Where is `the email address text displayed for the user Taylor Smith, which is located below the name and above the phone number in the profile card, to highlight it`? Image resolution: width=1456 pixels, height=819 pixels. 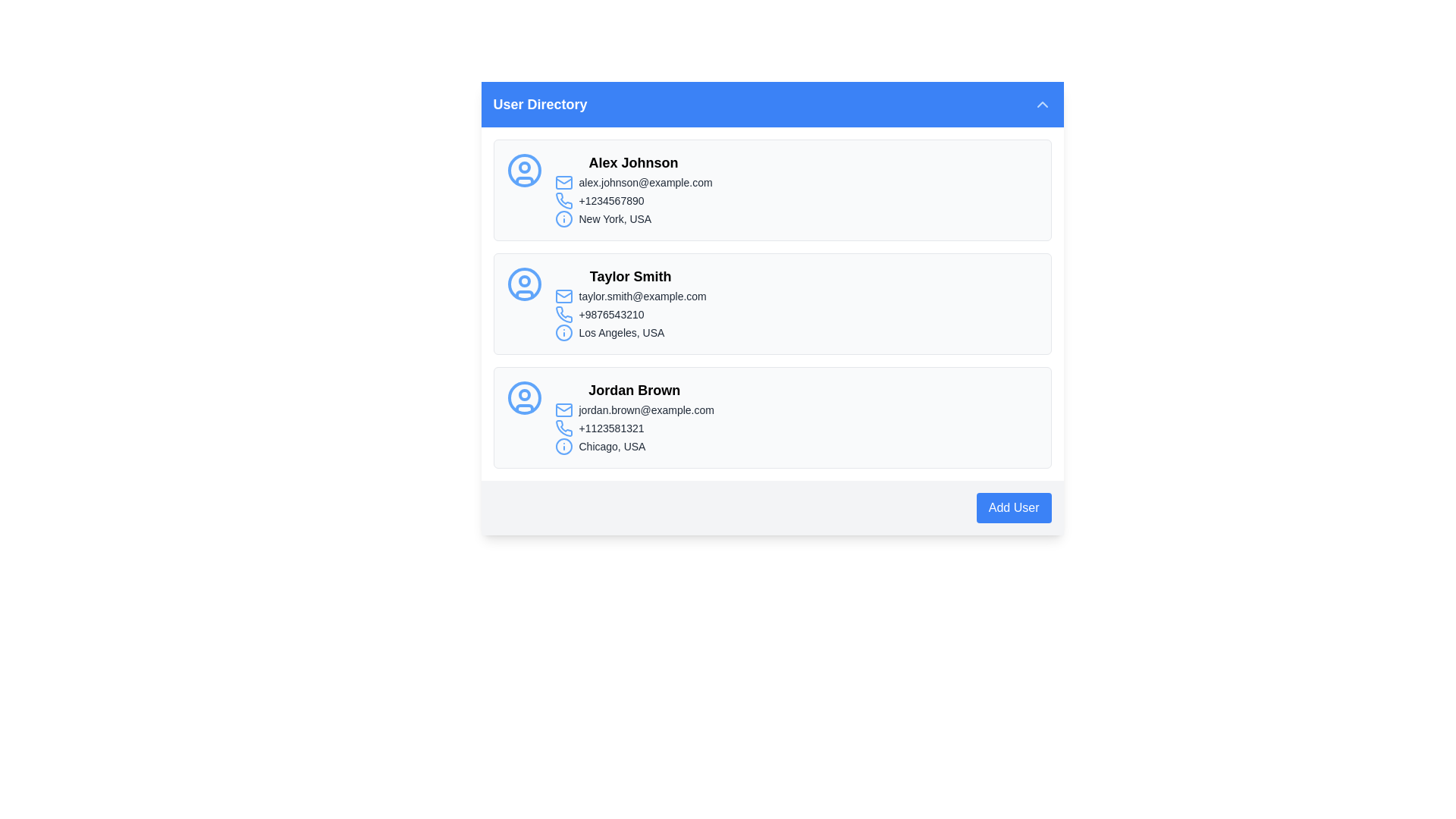 the email address text displayed for the user Taylor Smith, which is located below the name and above the phone number in the profile card, to highlight it is located at coordinates (630, 296).